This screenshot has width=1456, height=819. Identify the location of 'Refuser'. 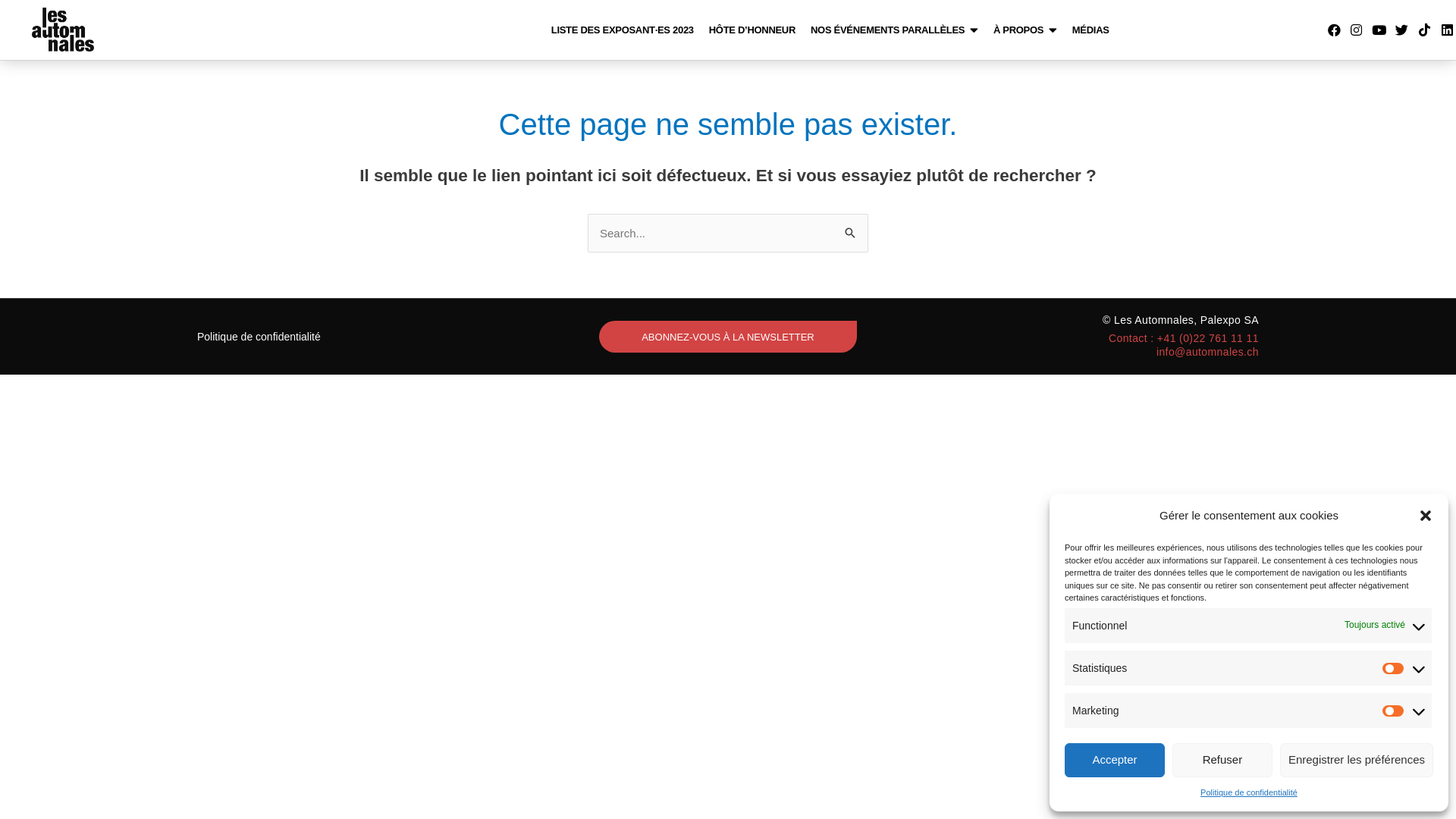
(1222, 760).